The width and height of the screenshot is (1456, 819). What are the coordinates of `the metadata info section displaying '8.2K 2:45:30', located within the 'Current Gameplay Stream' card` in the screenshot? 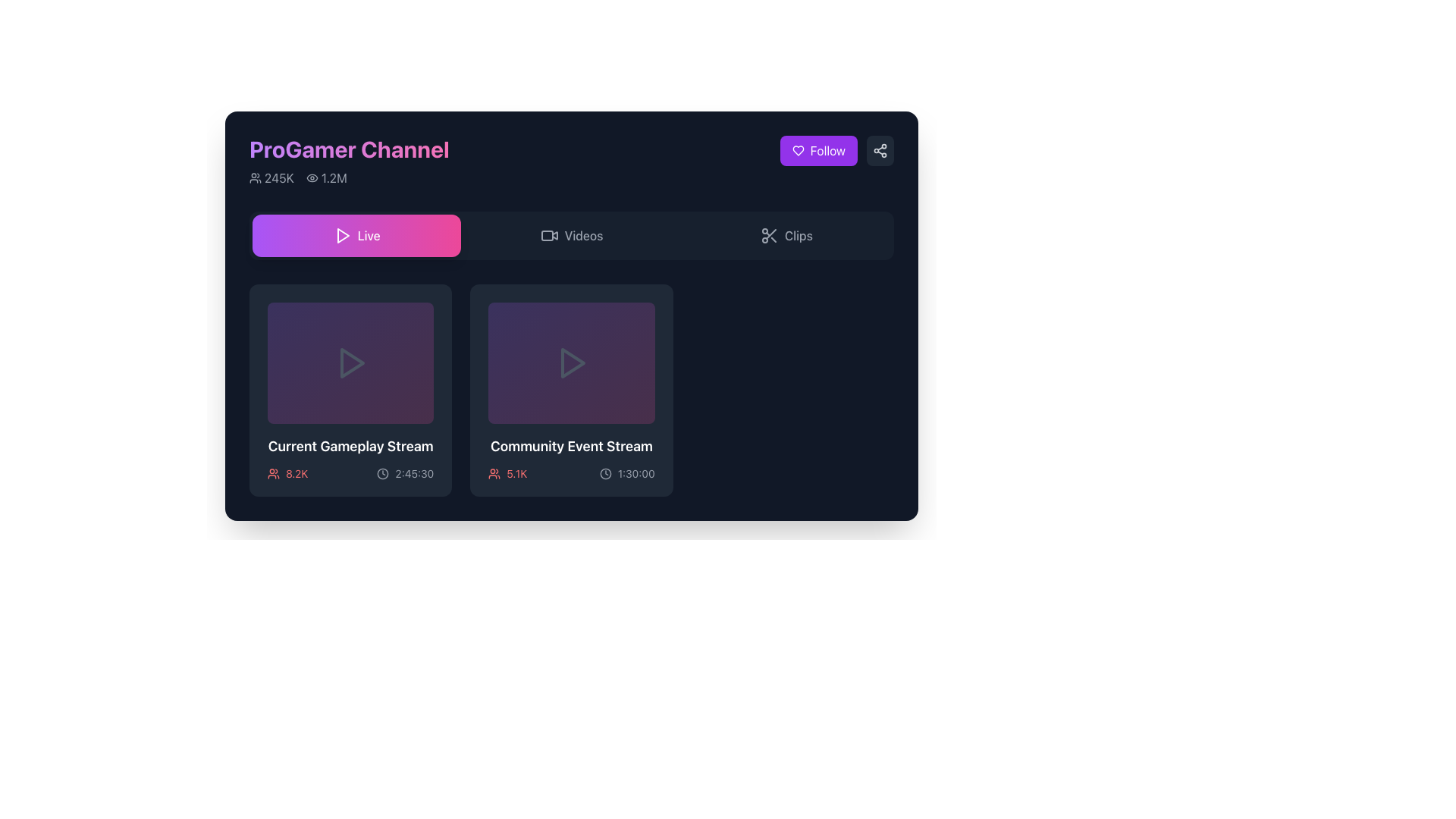 It's located at (350, 472).